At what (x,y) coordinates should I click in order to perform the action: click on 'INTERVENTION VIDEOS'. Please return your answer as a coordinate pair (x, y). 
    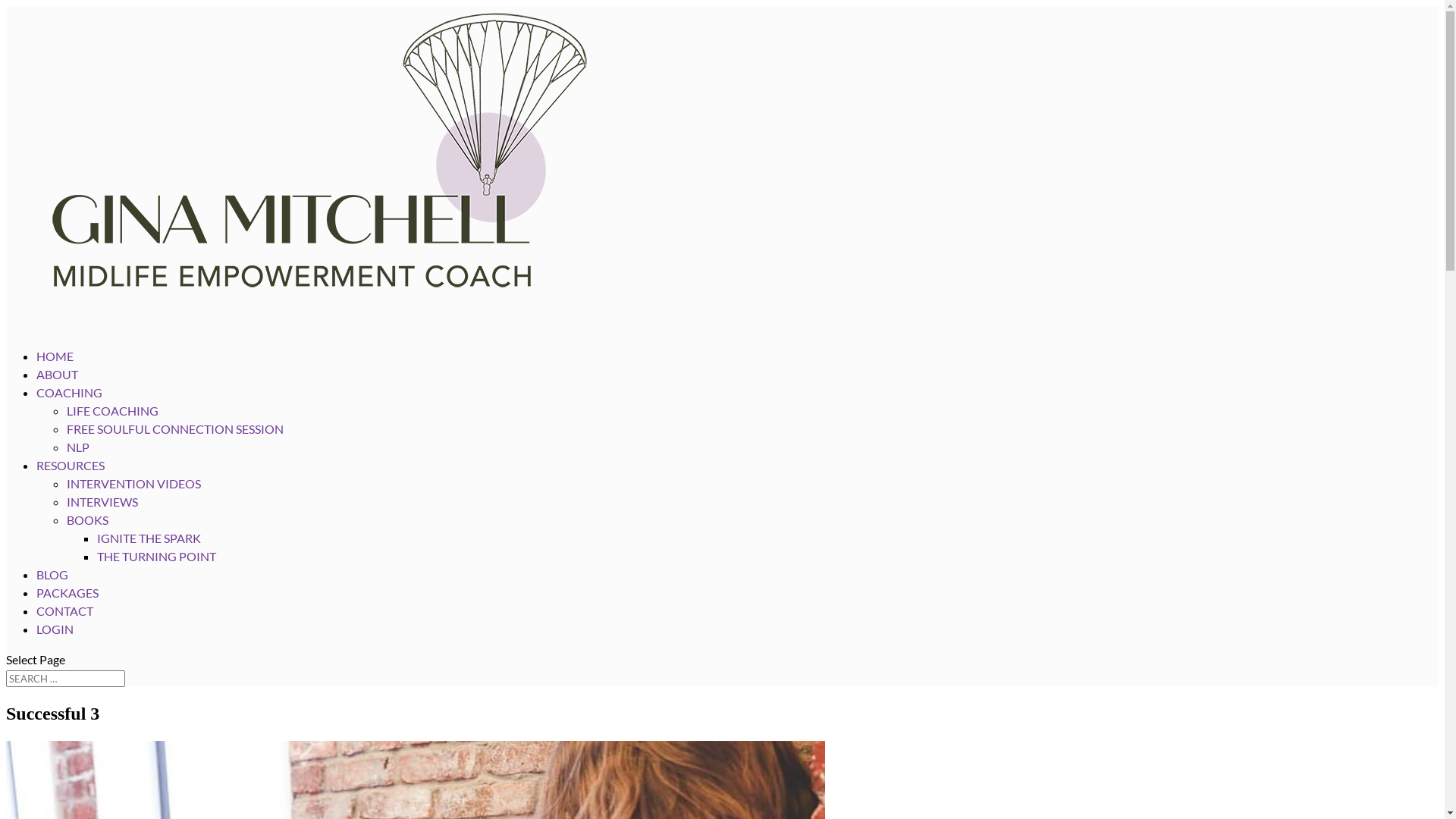
    Looking at the image, I should click on (133, 483).